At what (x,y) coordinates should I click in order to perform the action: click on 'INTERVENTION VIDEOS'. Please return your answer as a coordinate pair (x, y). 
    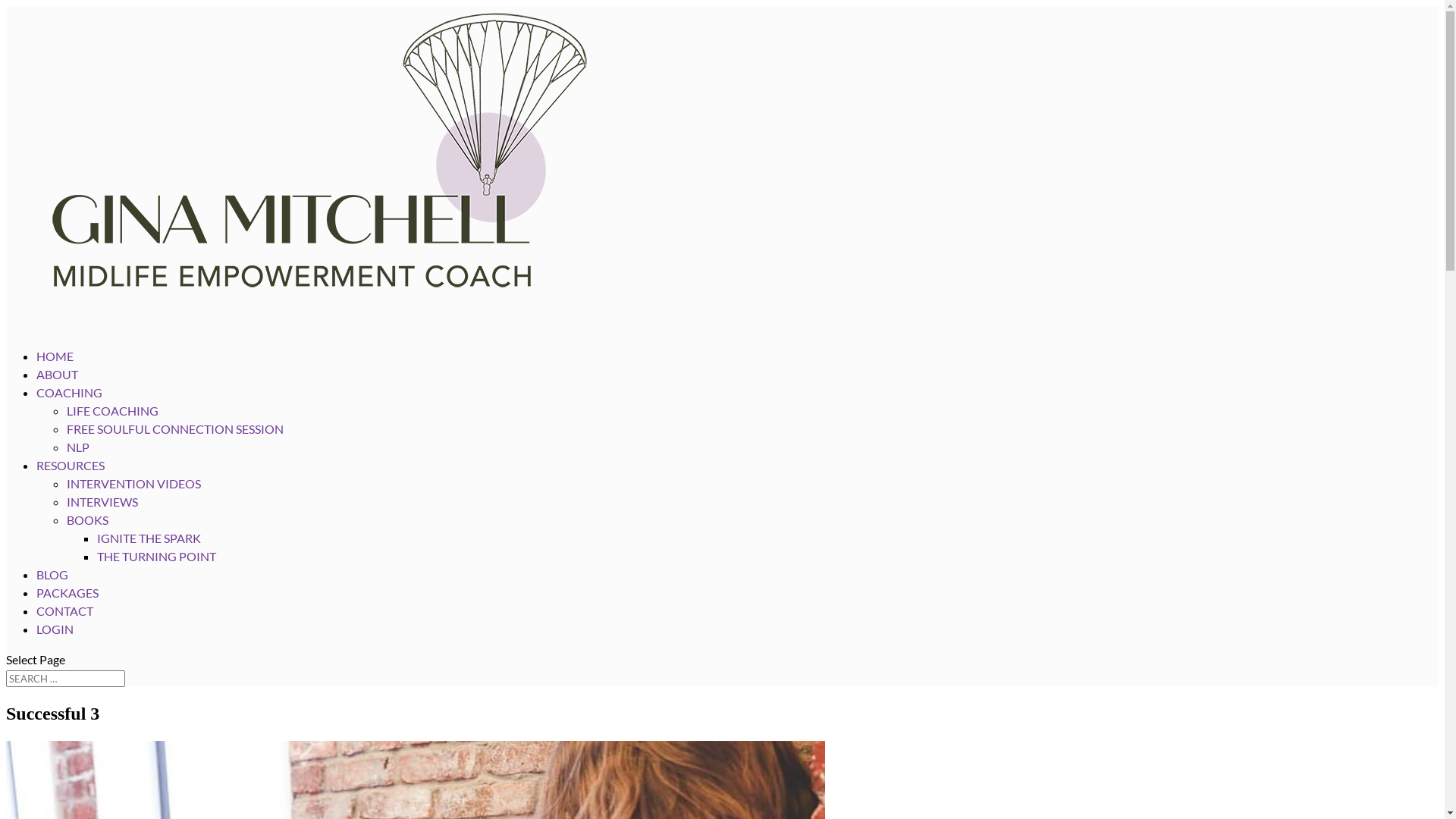
    Looking at the image, I should click on (133, 483).